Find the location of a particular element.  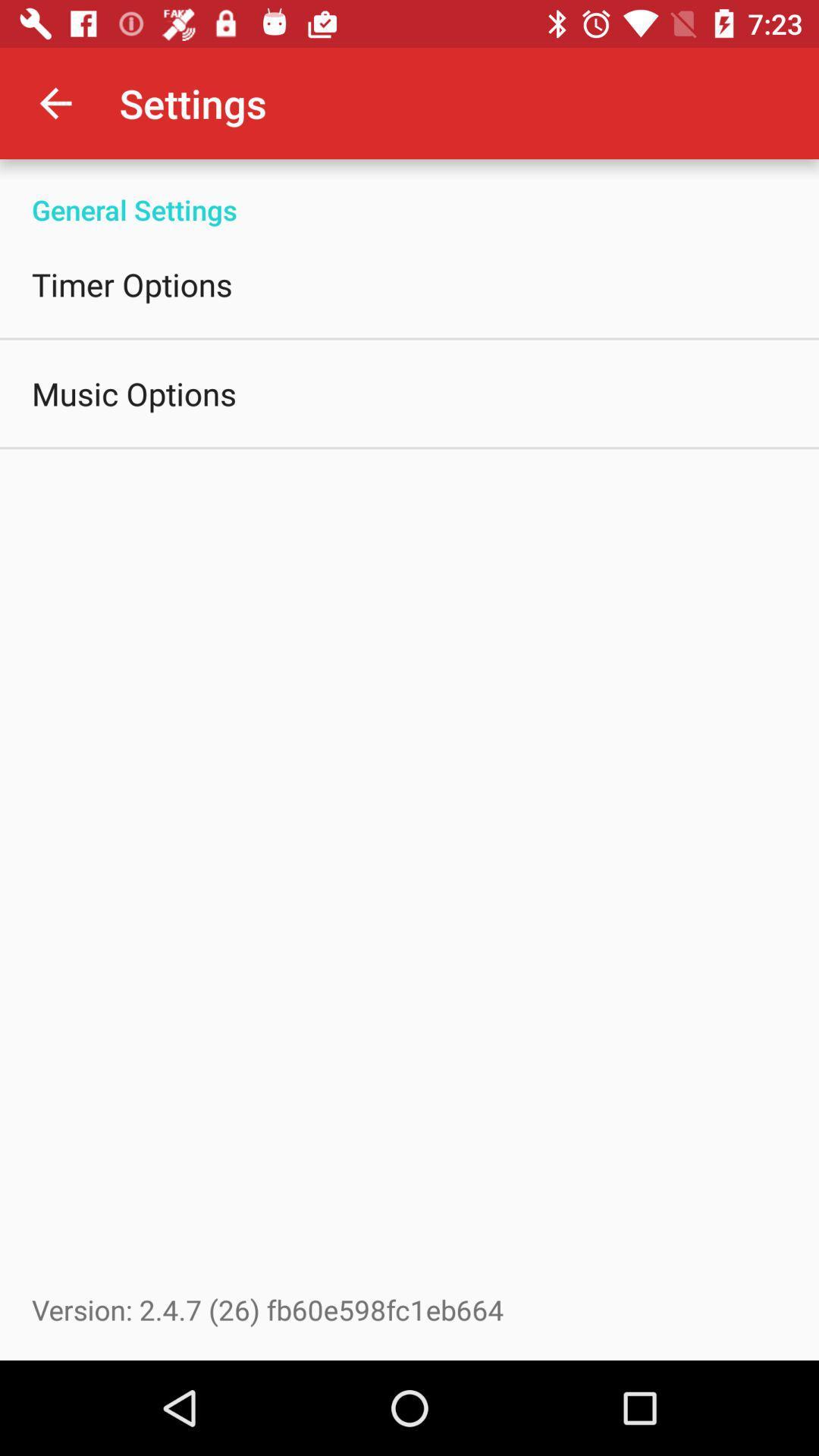

the item above the general settings is located at coordinates (55, 102).